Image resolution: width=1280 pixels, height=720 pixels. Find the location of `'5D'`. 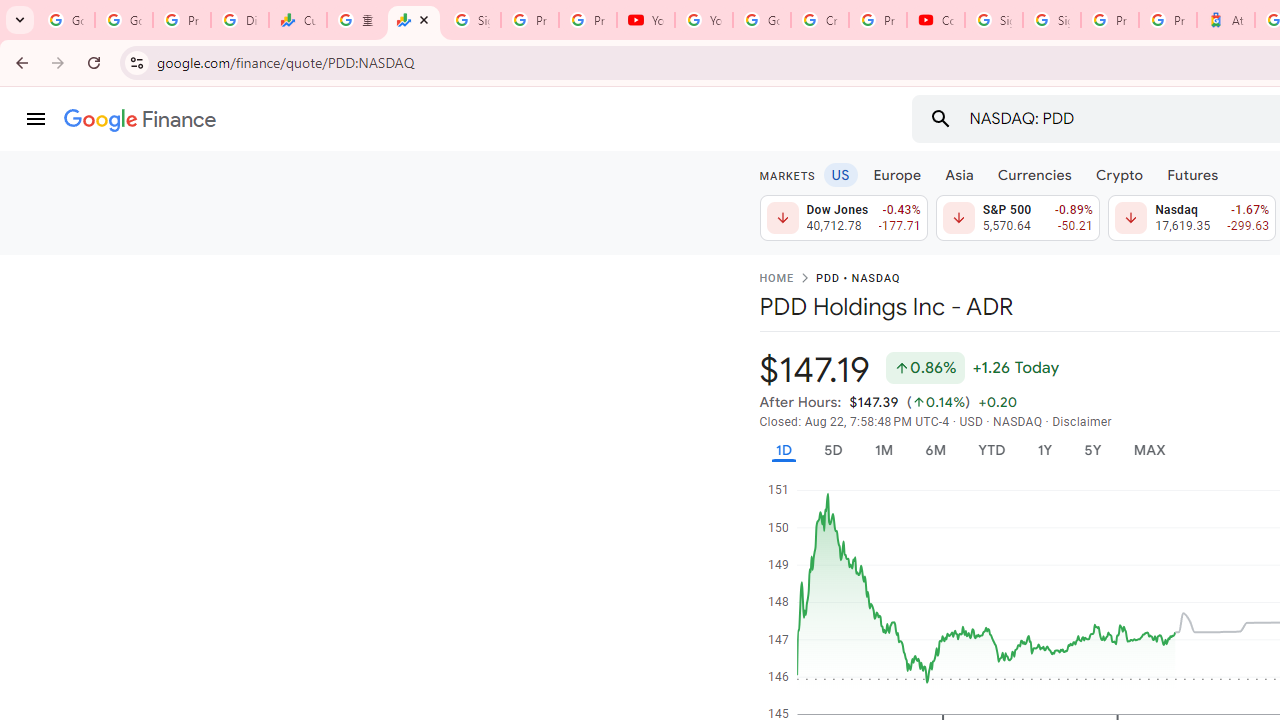

'5D' is located at coordinates (832, 450).